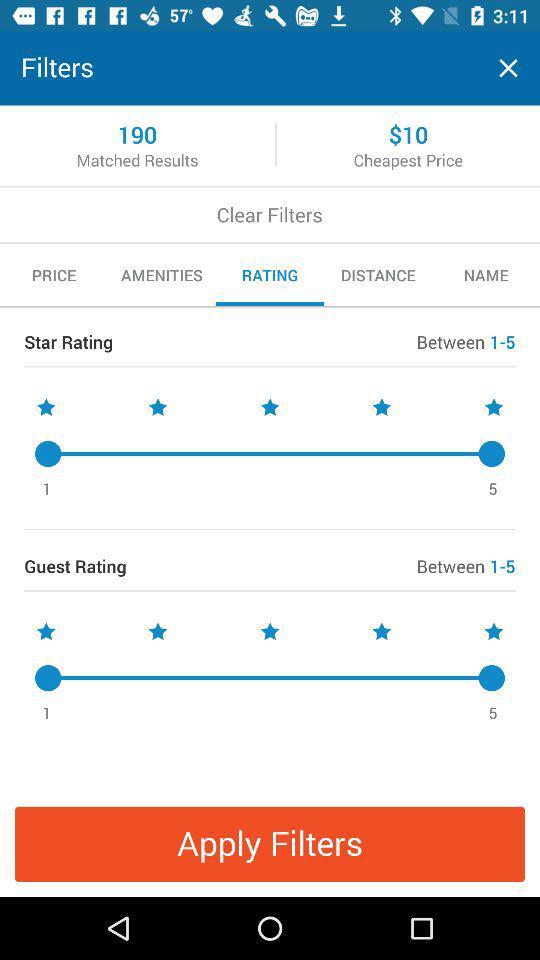 The height and width of the screenshot is (960, 540). I want to click on the item next to rating icon, so click(378, 274).